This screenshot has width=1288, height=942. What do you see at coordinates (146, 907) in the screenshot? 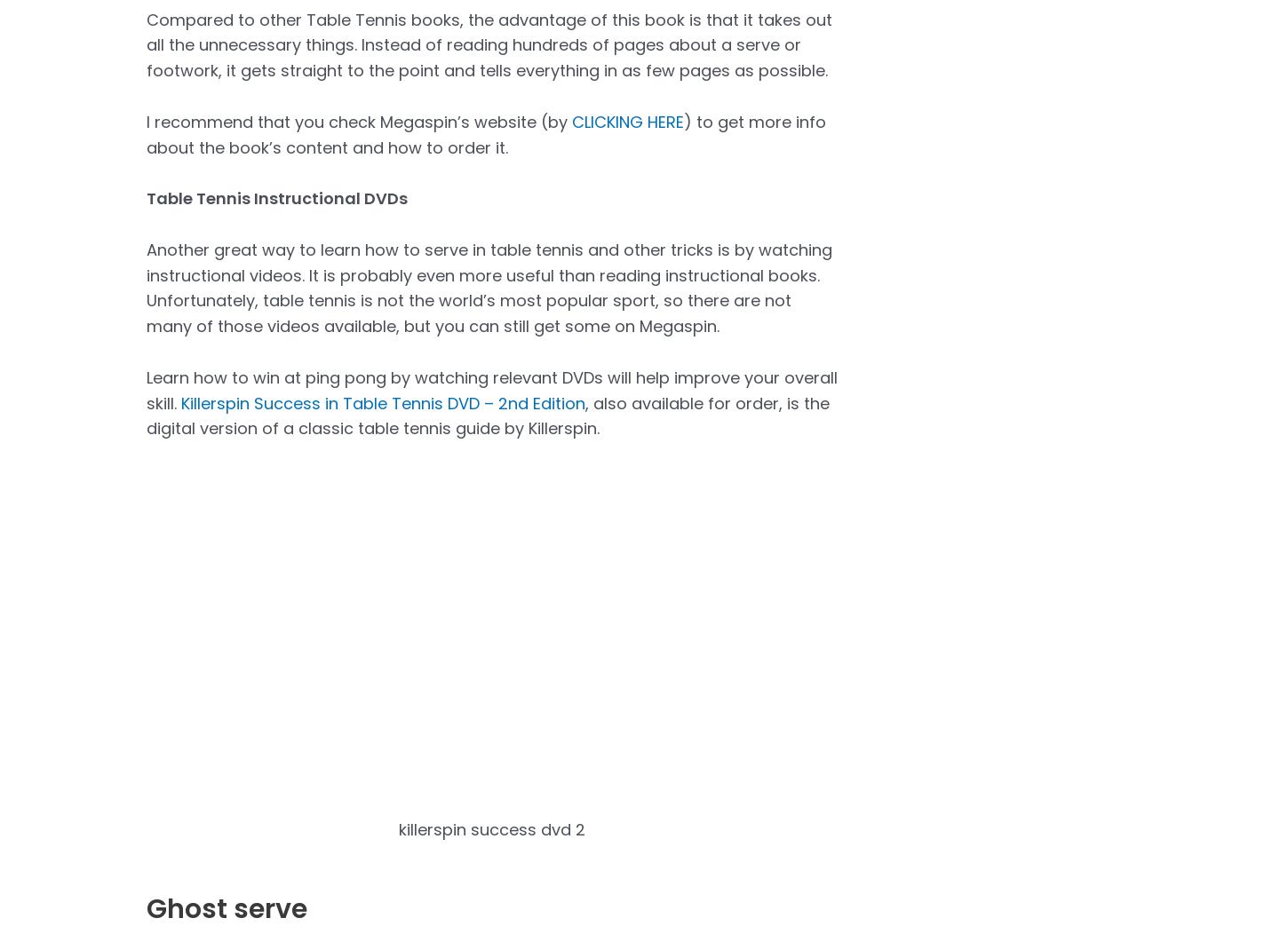
I see `'Ghost serve'` at bounding box center [146, 907].